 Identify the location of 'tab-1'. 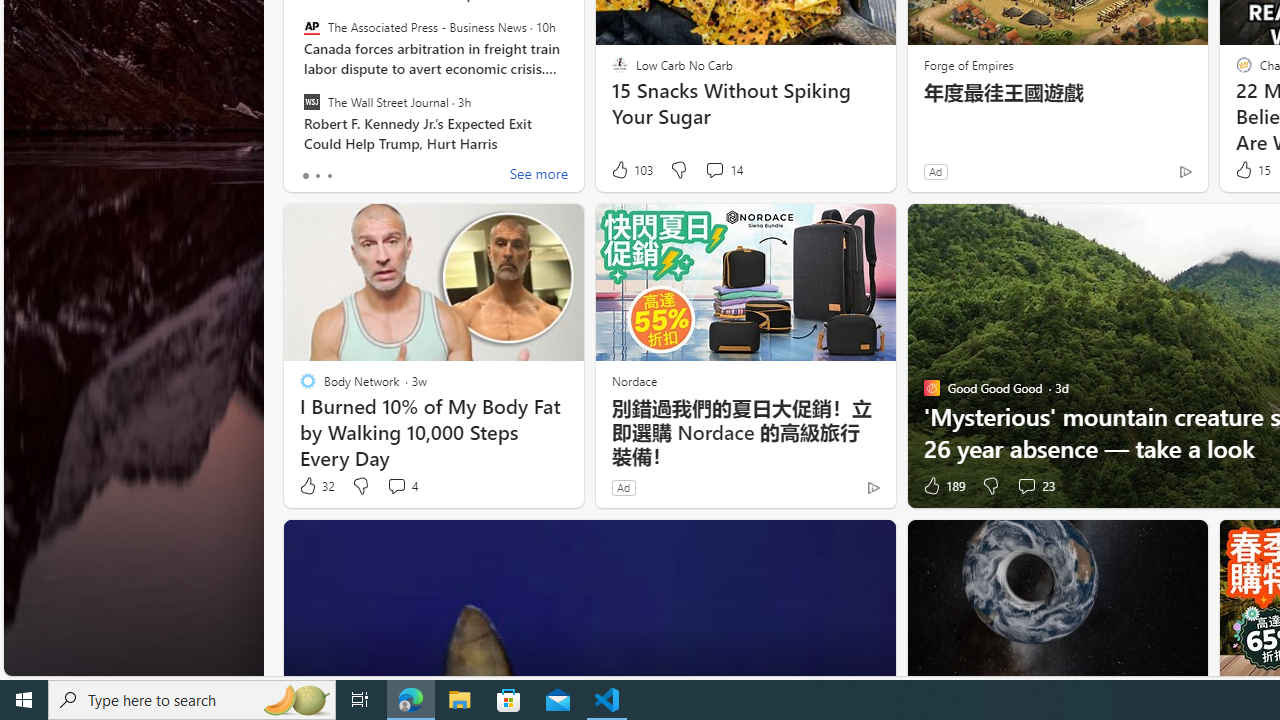
(316, 175).